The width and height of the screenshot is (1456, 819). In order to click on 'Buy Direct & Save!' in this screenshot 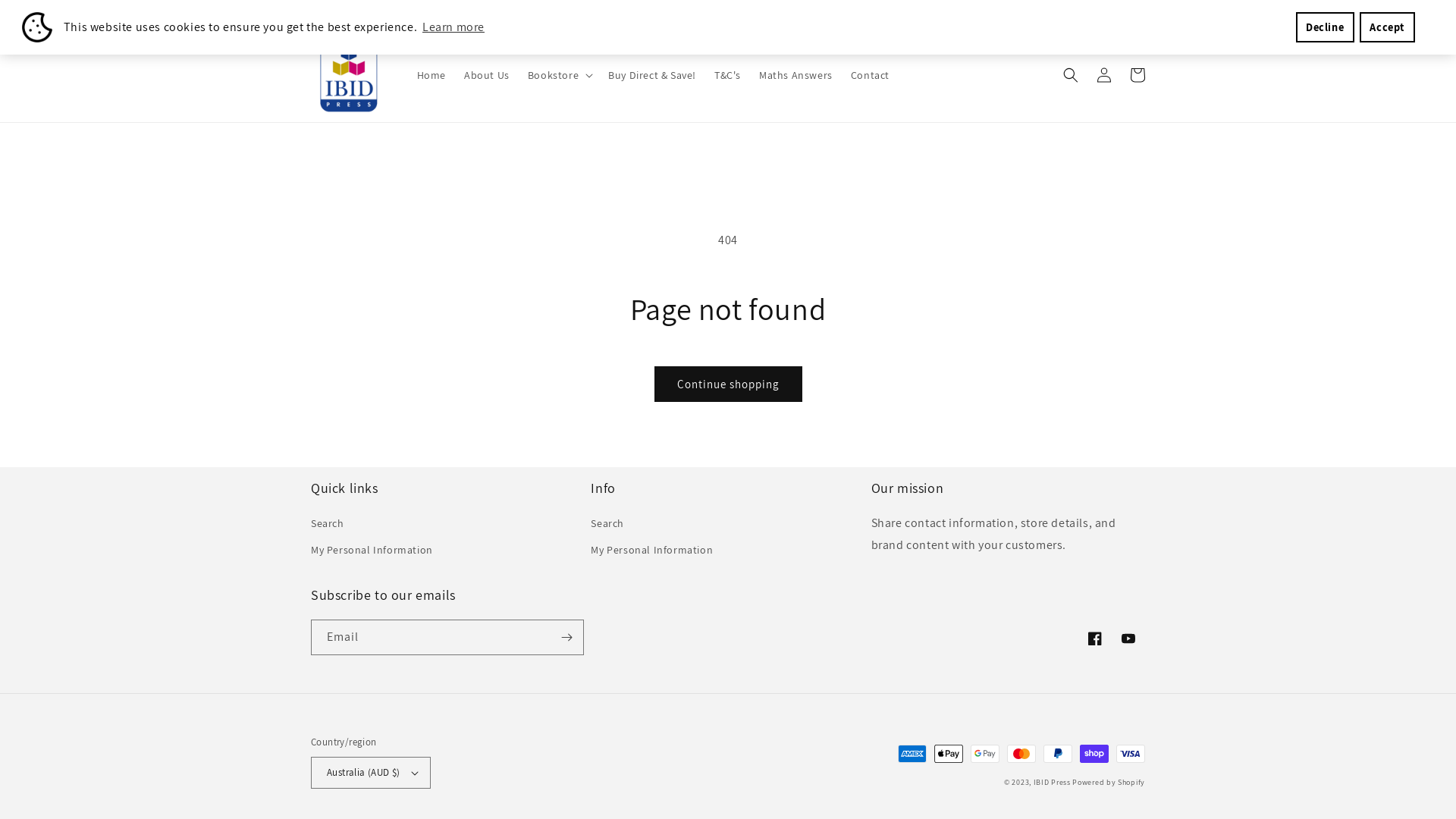, I will do `click(651, 75)`.